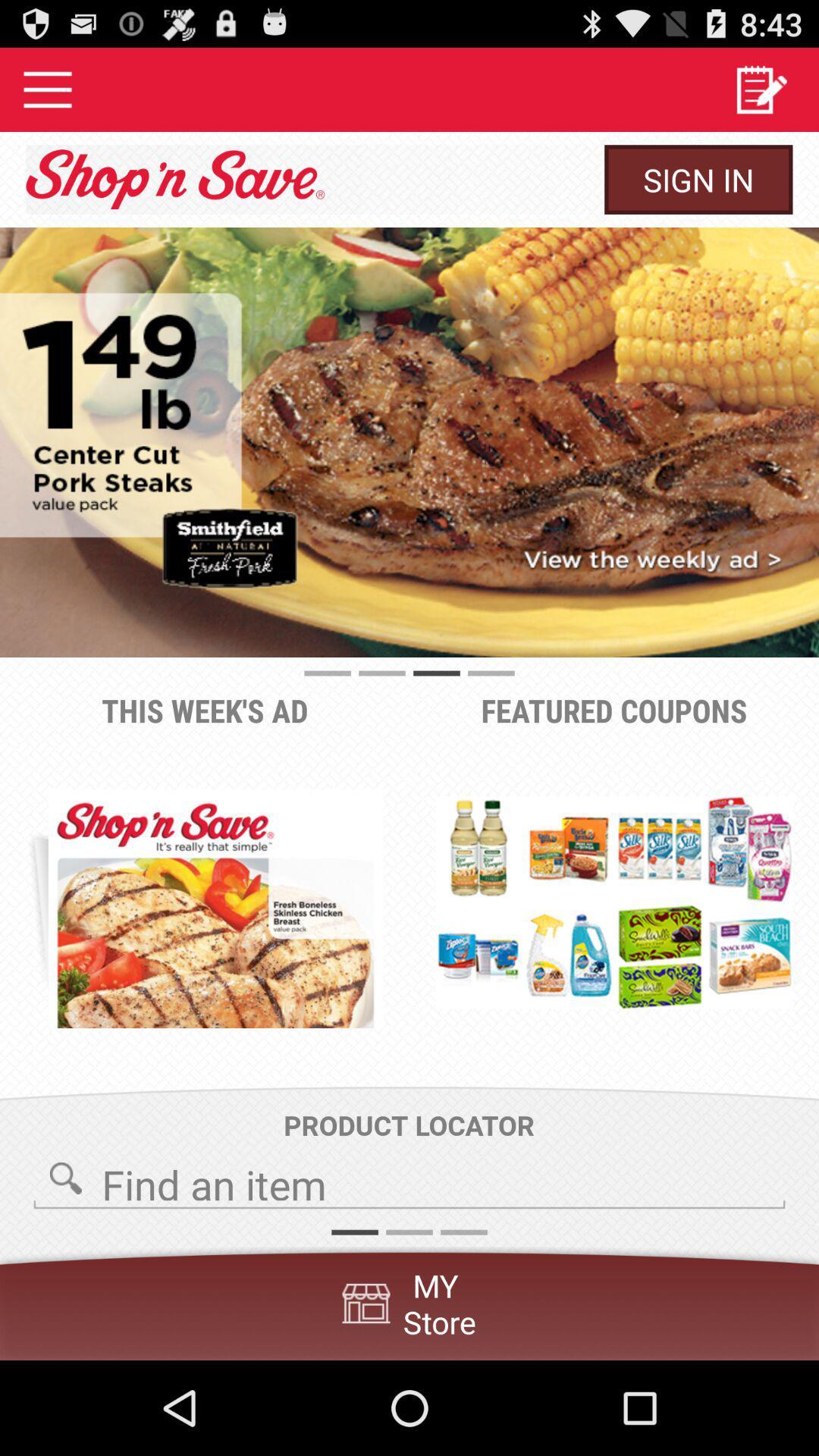 This screenshot has height=1456, width=819. What do you see at coordinates (409, 1179) in the screenshot?
I see `icon below the product locator` at bounding box center [409, 1179].